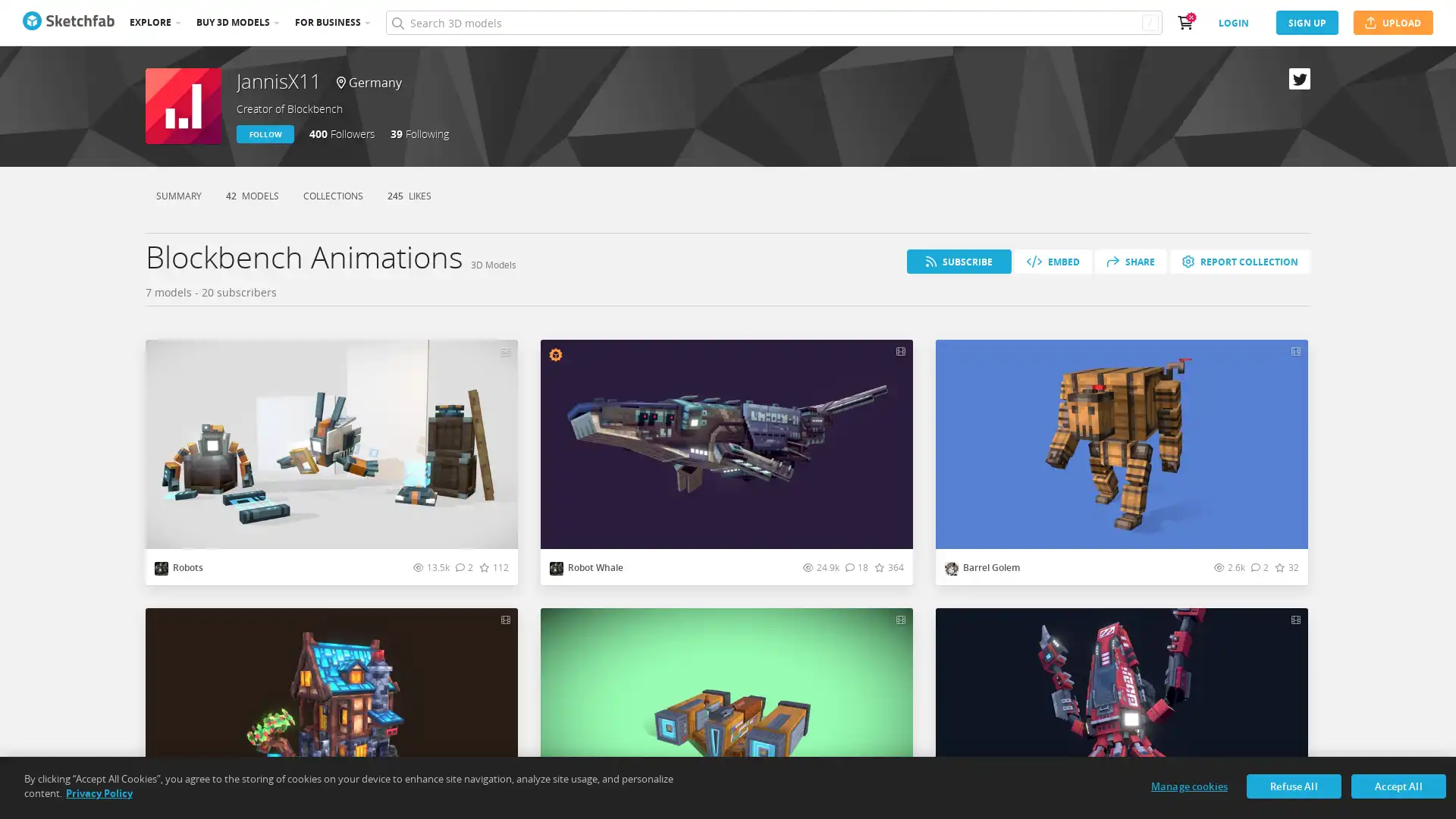 Image resolution: width=1456 pixels, height=819 pixels. I want to click on Manage cookies, so click(1188, 786).